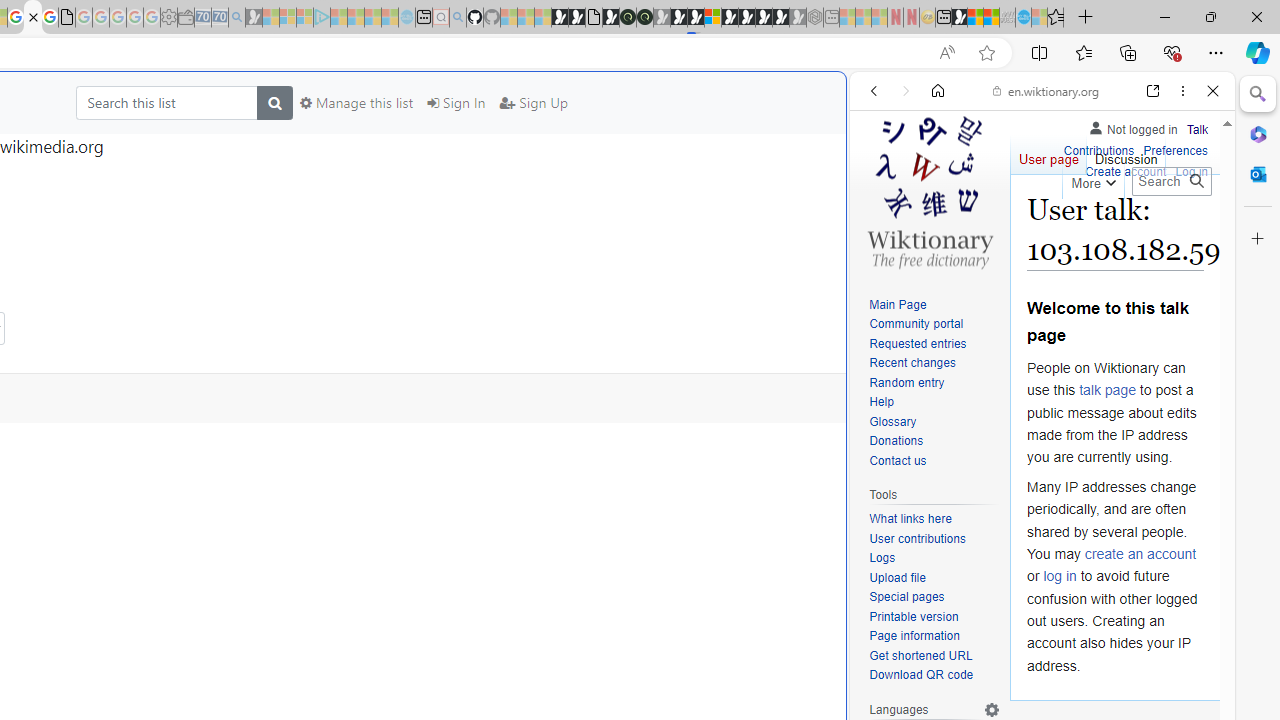  I want to click on 'Random entry', so click(934, 383).